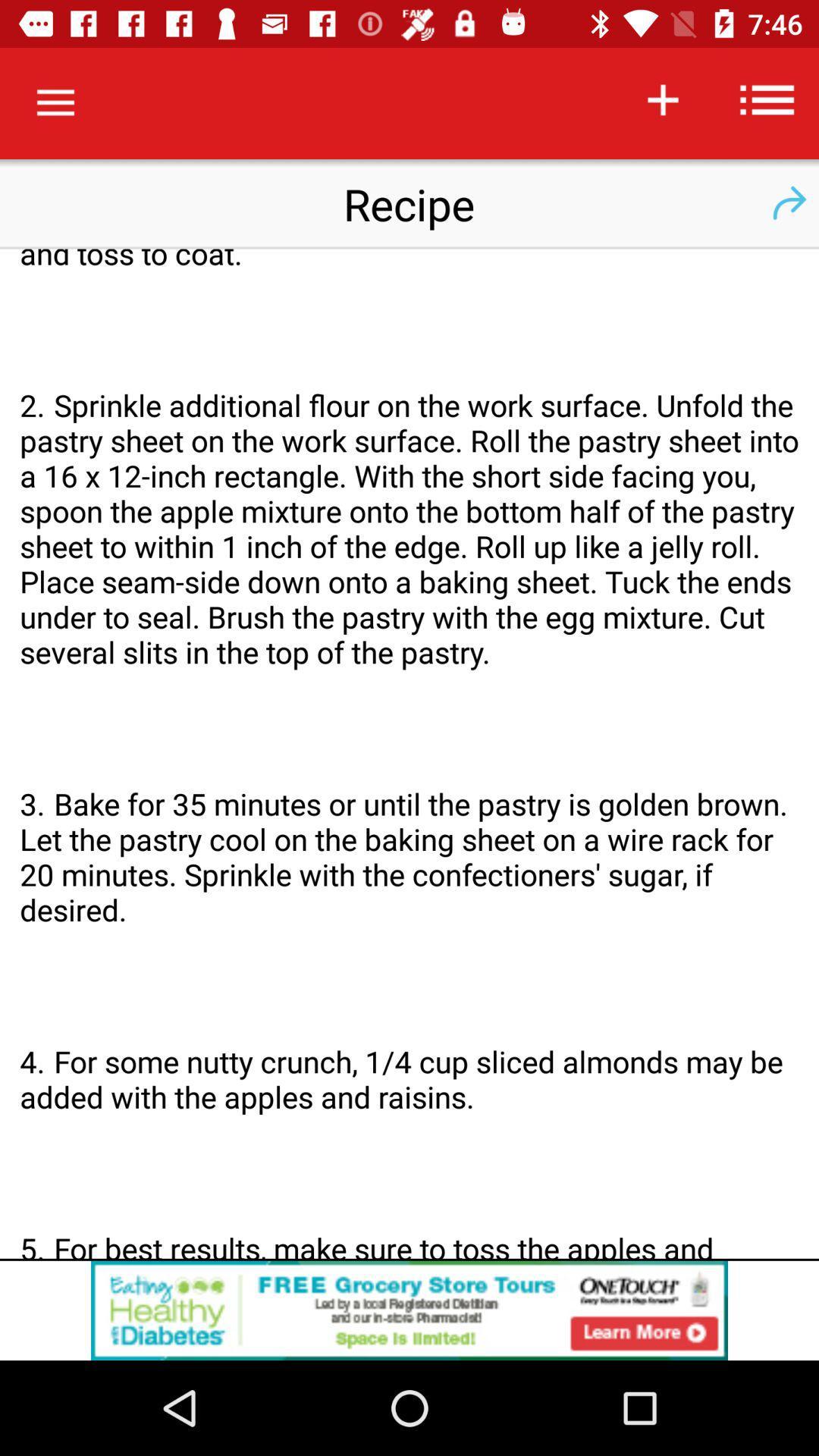 Image resolution: width=819 pixels, height=1456 pixels. What do you see at coordinates (409, 1310) in the screenshot?
I see `advertisement` at bounding box center [409, 1310].